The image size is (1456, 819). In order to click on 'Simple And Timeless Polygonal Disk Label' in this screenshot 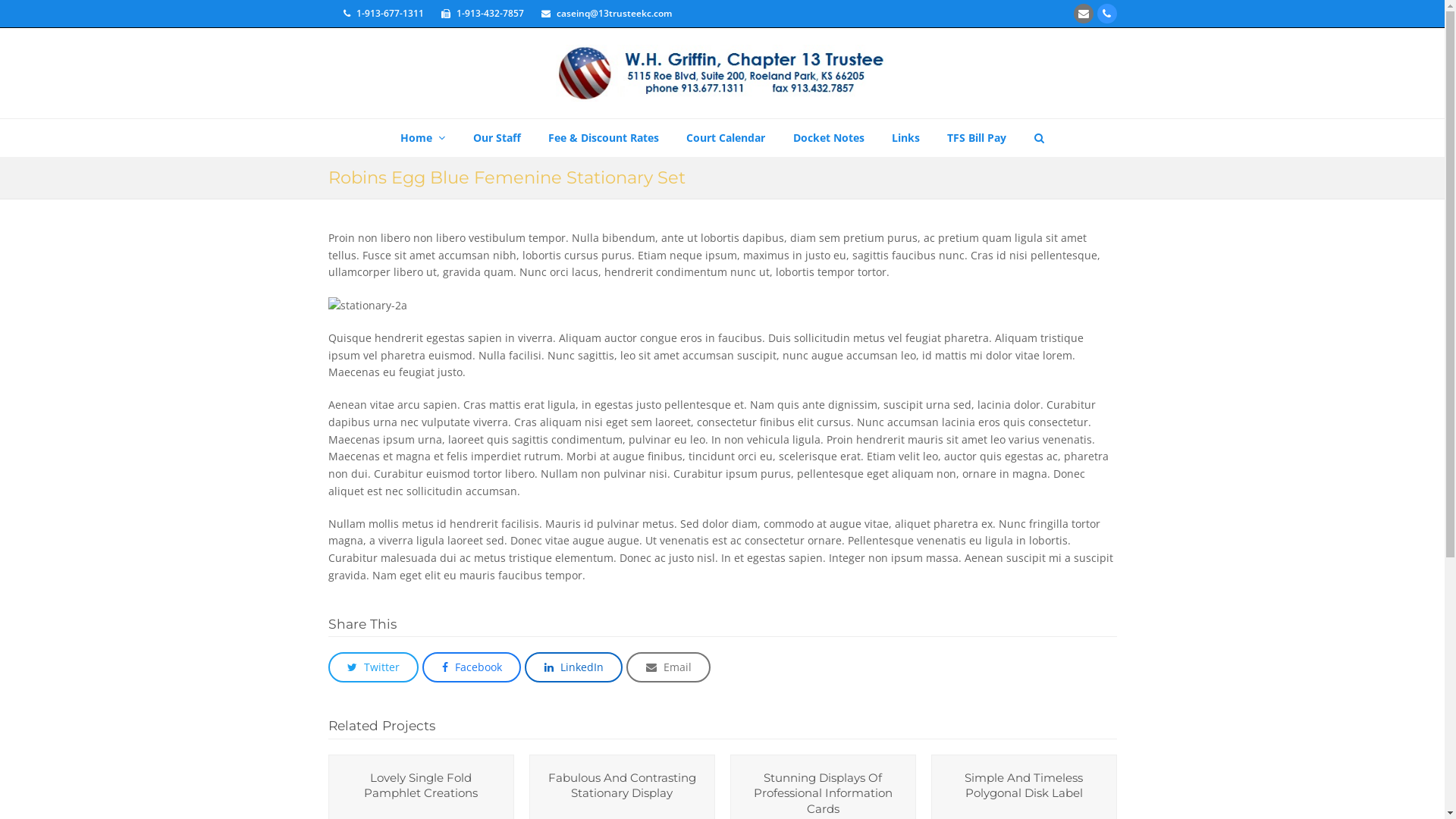, I will do `click(1023, 785)`.